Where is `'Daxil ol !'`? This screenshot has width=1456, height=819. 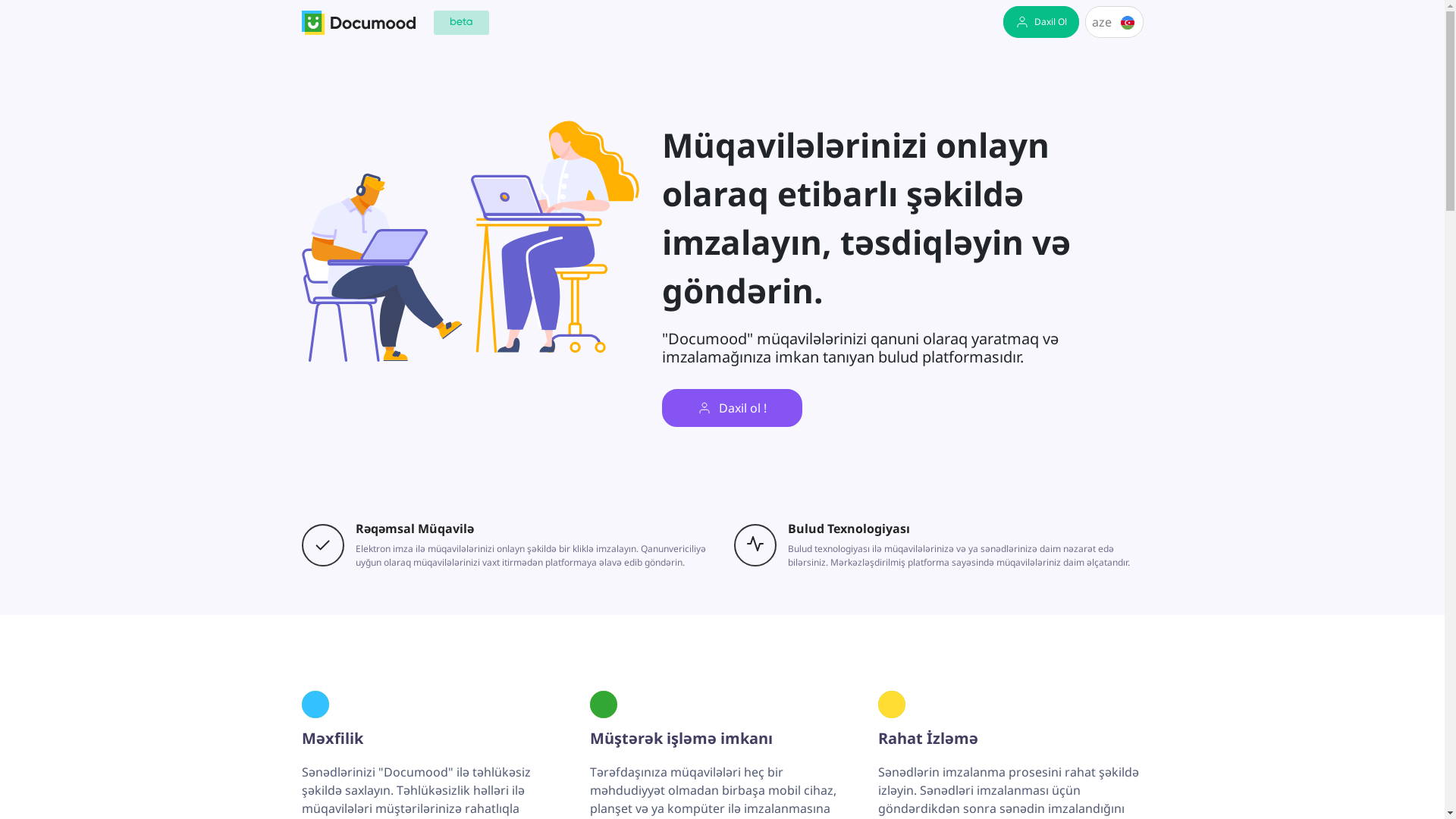
'Daxil ol !' is located at coordinates (731, 406).